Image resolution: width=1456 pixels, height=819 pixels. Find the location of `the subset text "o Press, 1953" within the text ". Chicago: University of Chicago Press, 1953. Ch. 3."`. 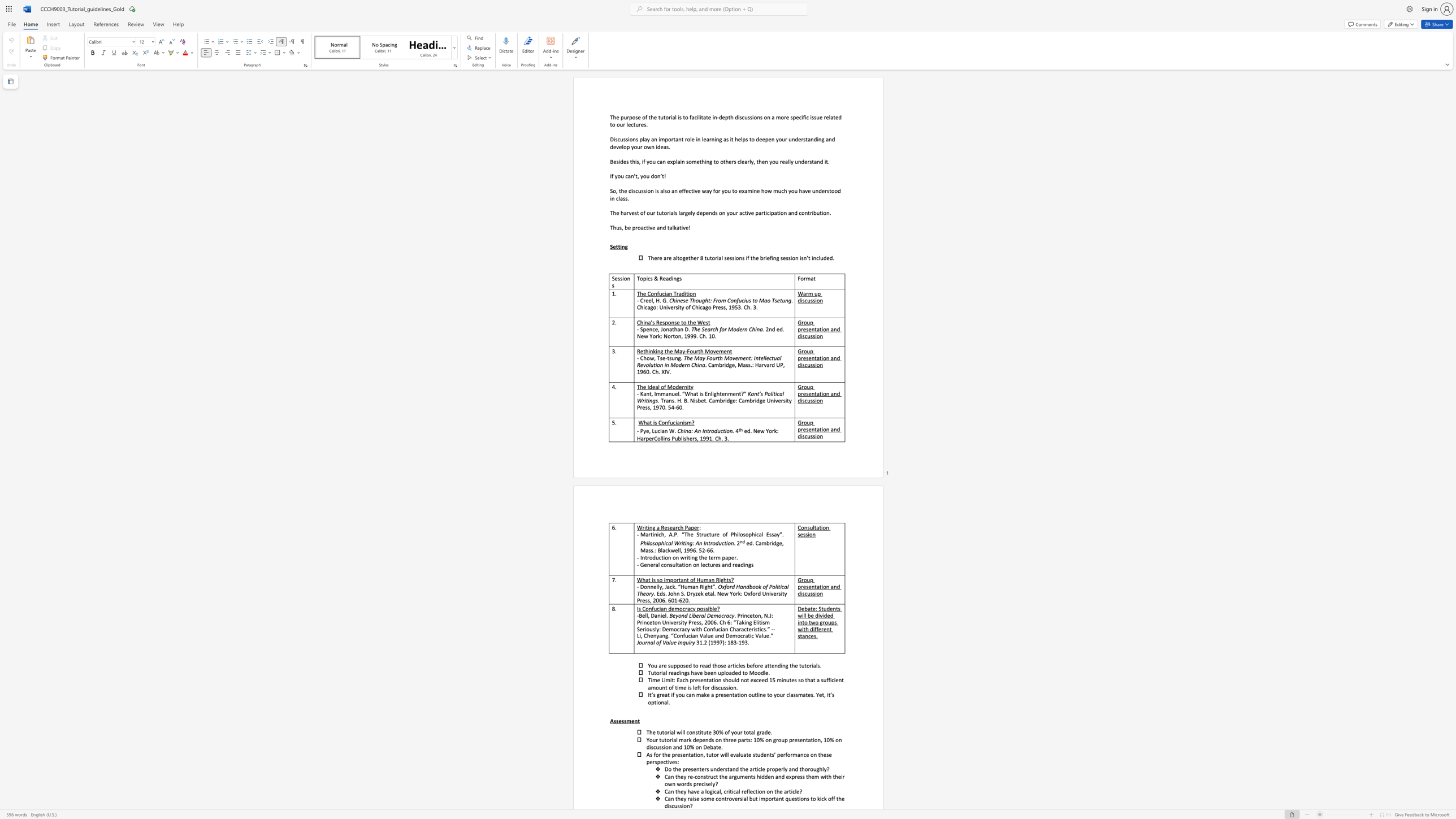

the subset text "o Press, 1953" within the text ". Chicago: University of Chicago Press, 1953. Ch. 3." is located at coordinates (708, 307).